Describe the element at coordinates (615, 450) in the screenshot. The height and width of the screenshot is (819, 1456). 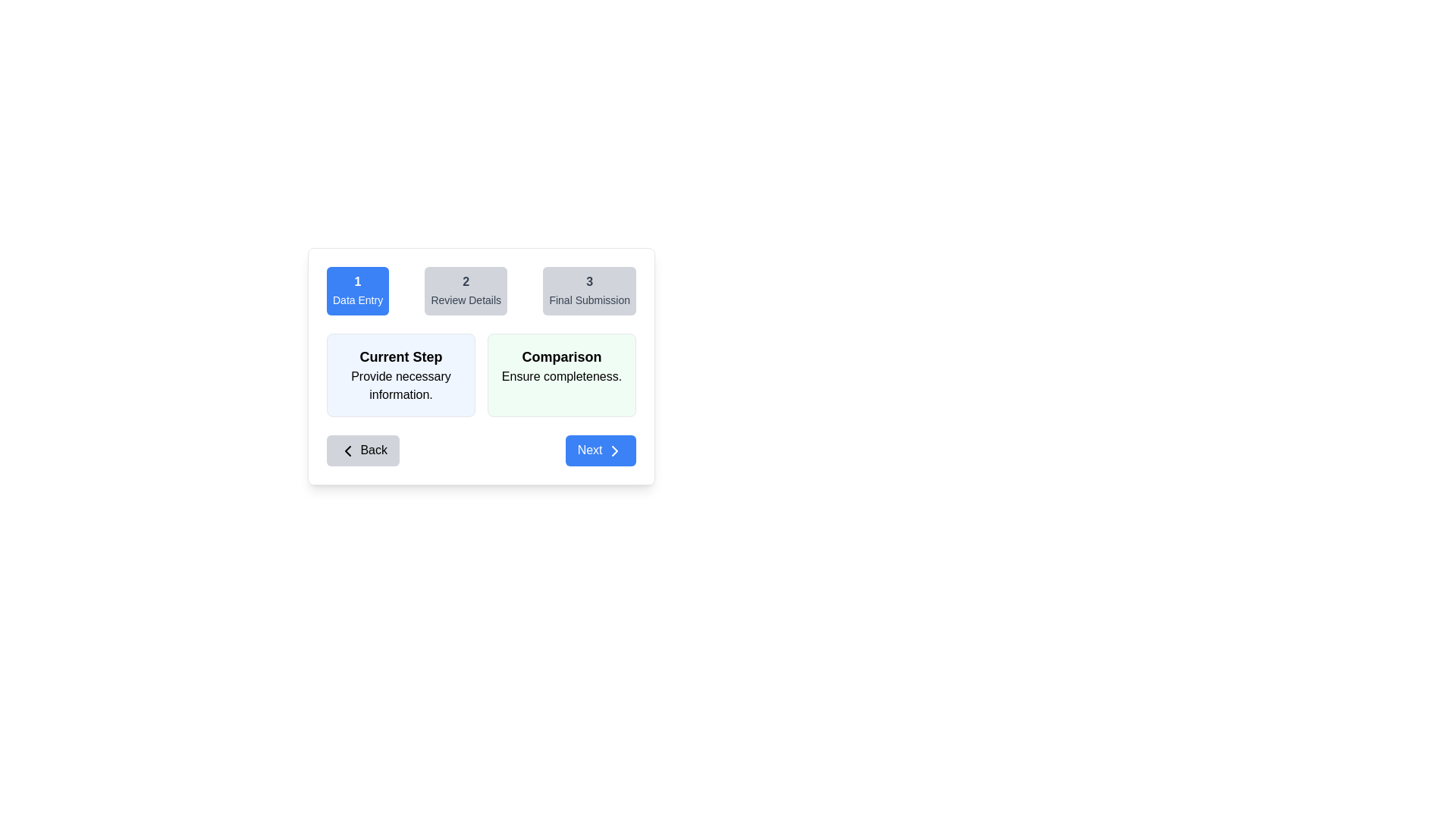
I see `the chevron icon located at the center of the 'Next' button in the bottom-right corner of the interface, which indicates navigation forward` at that location.